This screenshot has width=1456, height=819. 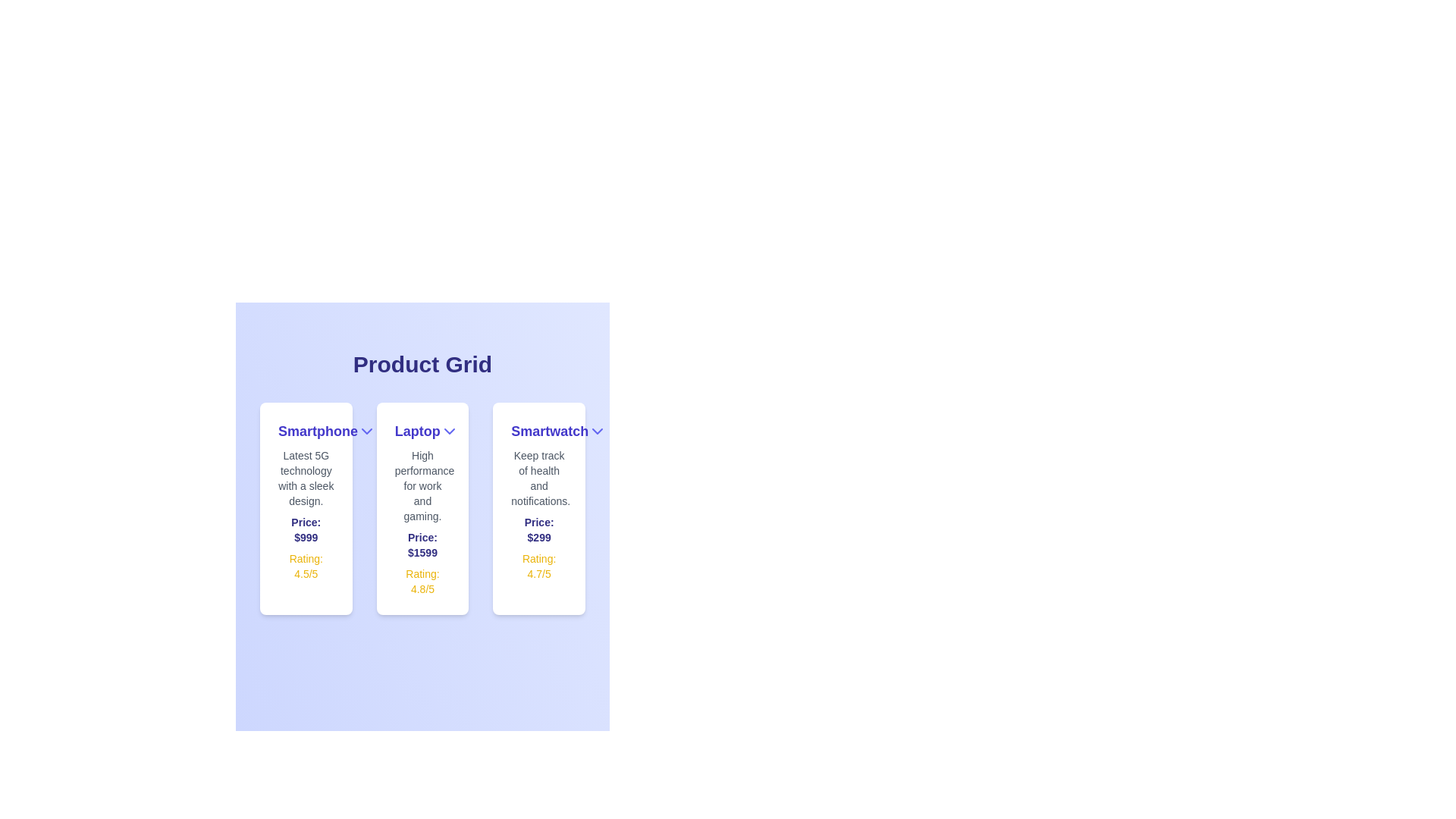 What do you see at coordinates (305, 509) in the screenshot?
I see `the smartphone product card, which is the first card in a grid layout showcasing product details including features, price, and rating` at bounding box center [305, 509].